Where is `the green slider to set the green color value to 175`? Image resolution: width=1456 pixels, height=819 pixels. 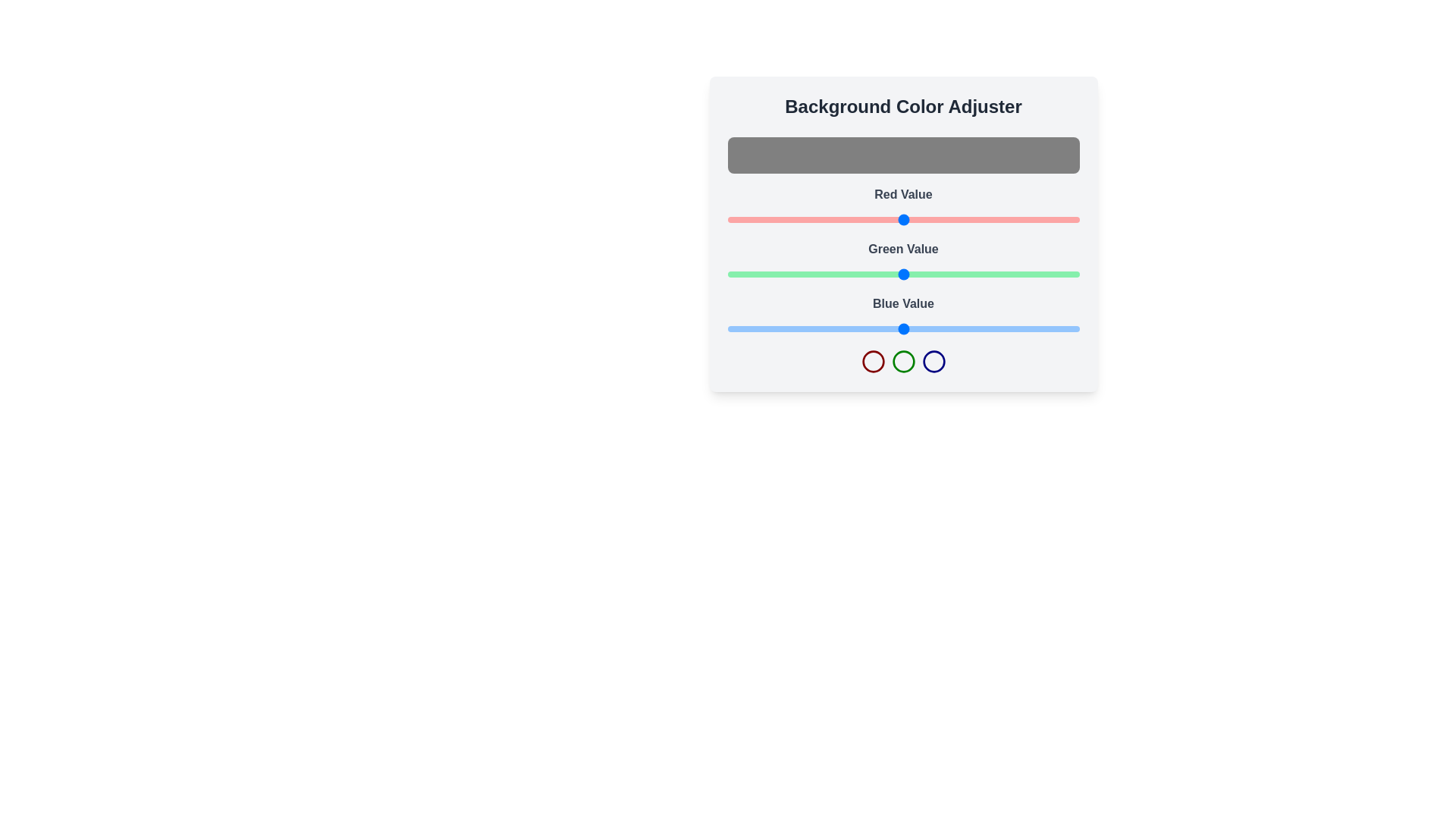 the green slider to set the green color value to 175 is located at coordinates (968, 275).